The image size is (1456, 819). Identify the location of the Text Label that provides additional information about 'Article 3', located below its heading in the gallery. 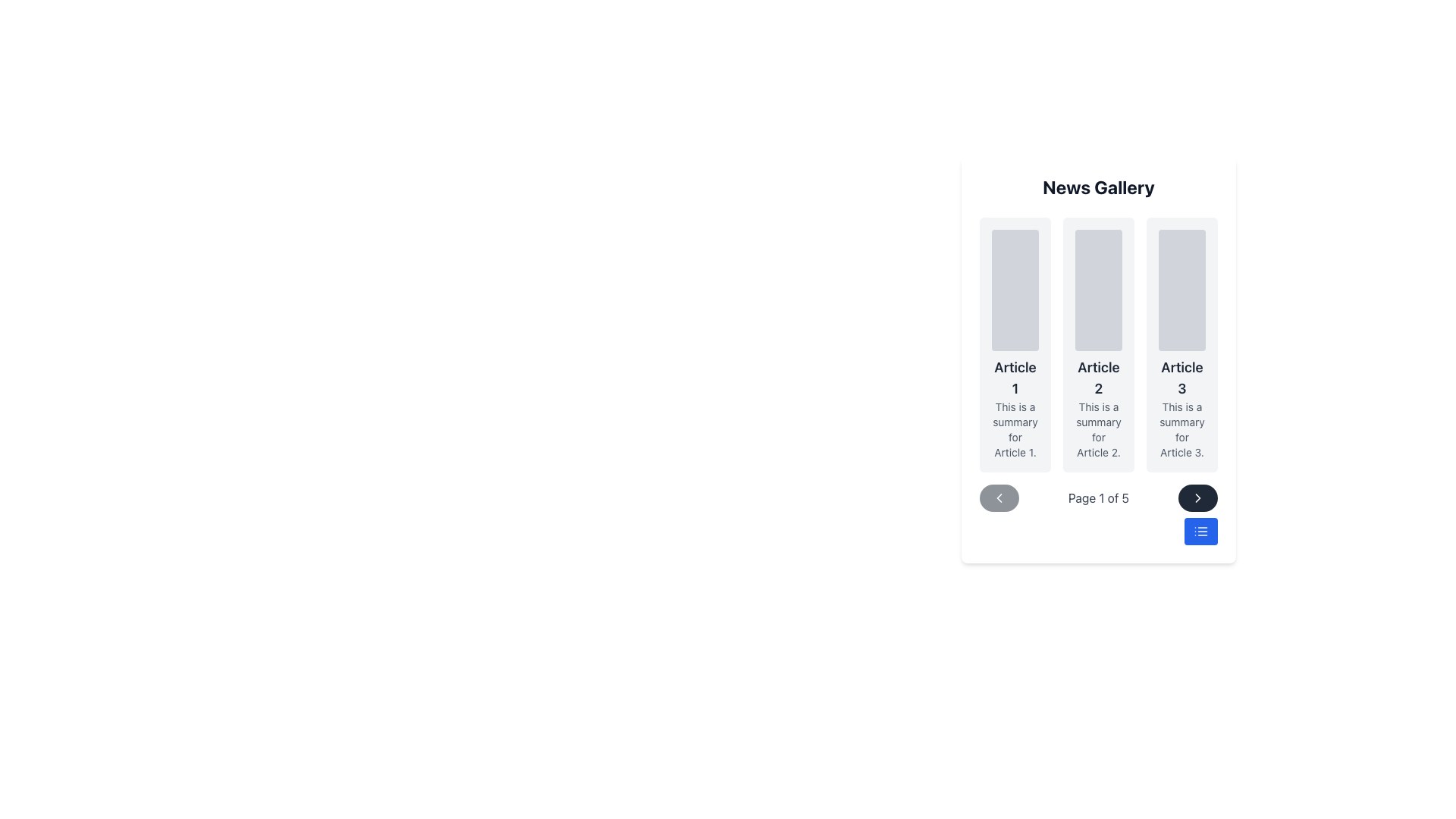
(1181, 430).